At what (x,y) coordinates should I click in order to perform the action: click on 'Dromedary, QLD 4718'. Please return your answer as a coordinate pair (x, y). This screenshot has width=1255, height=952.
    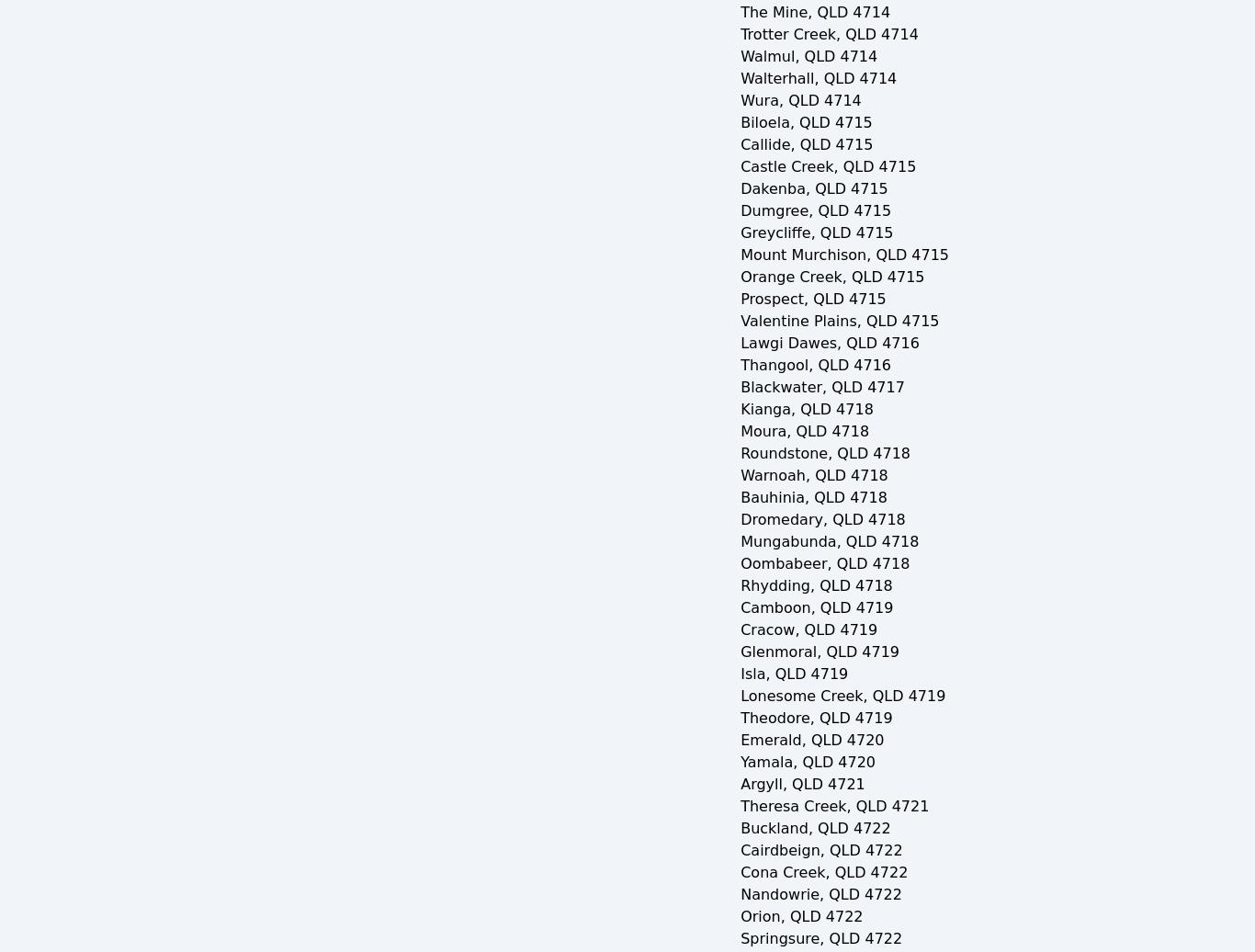
    Looking at the image, I should click on (739, 519).